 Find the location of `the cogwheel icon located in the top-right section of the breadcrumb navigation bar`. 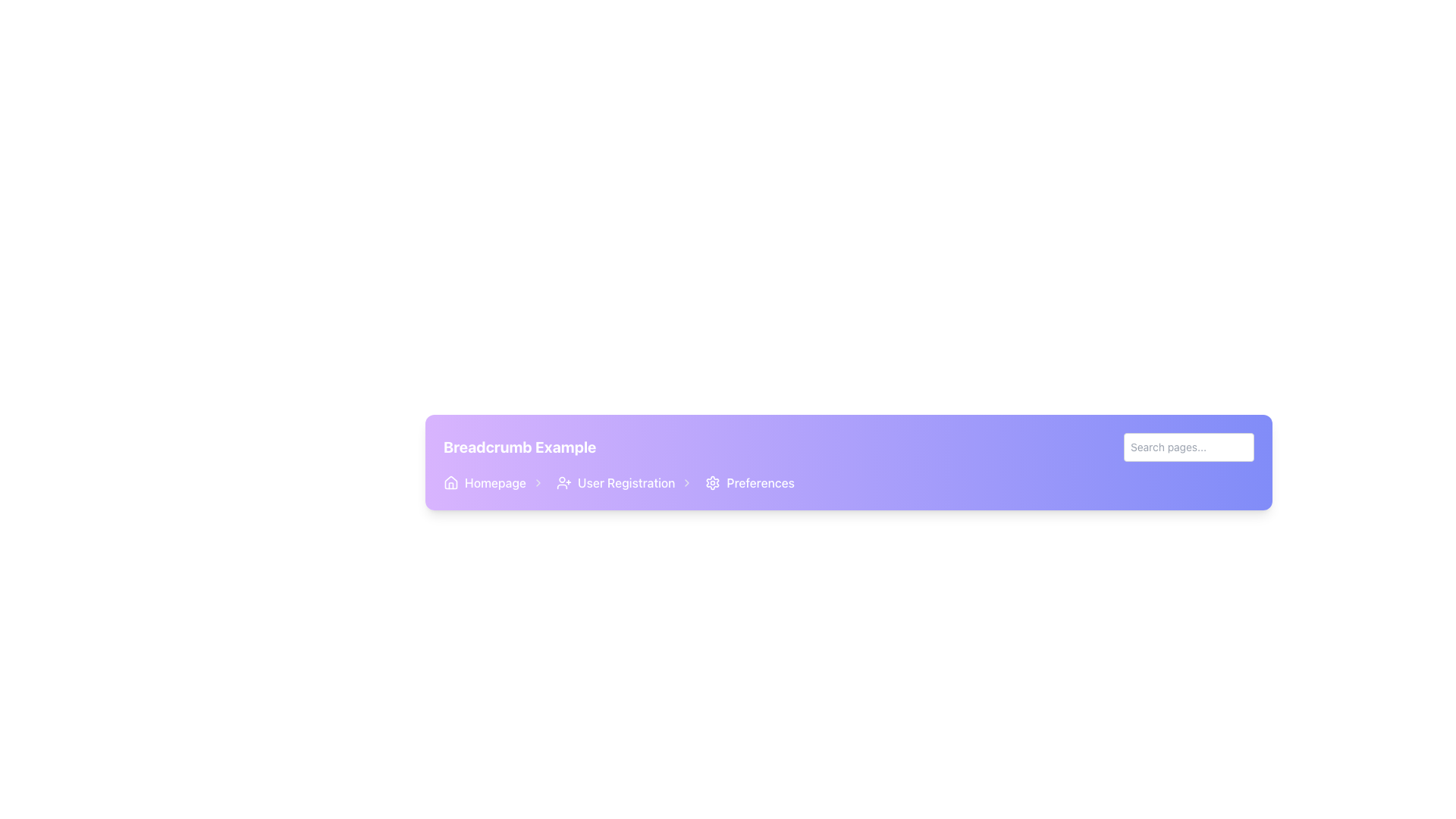

the cogwheel icon located in the top-right section of the breadcrumb navigation bar is located at coordinates (712, 482).